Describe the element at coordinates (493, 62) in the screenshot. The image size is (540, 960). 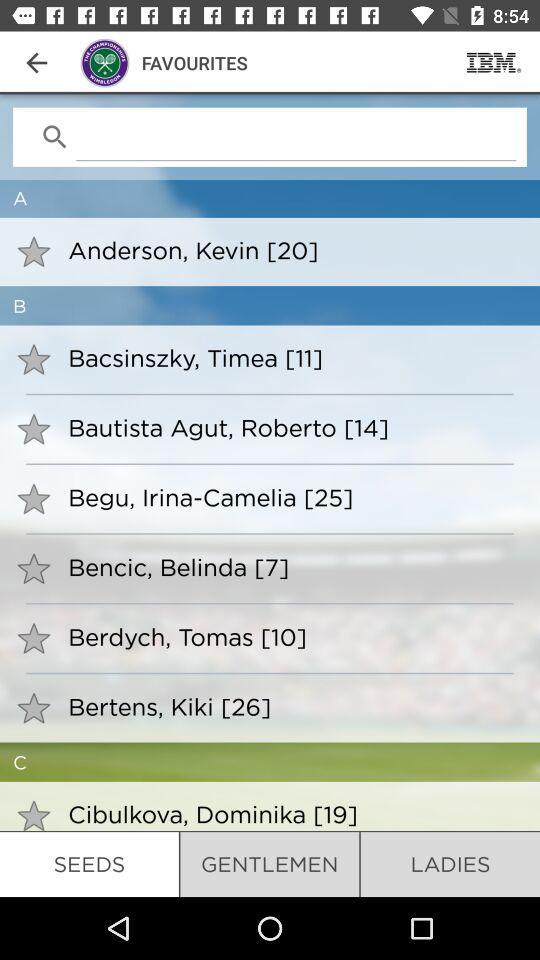
I see `icon to the right of favourites app` at that location.